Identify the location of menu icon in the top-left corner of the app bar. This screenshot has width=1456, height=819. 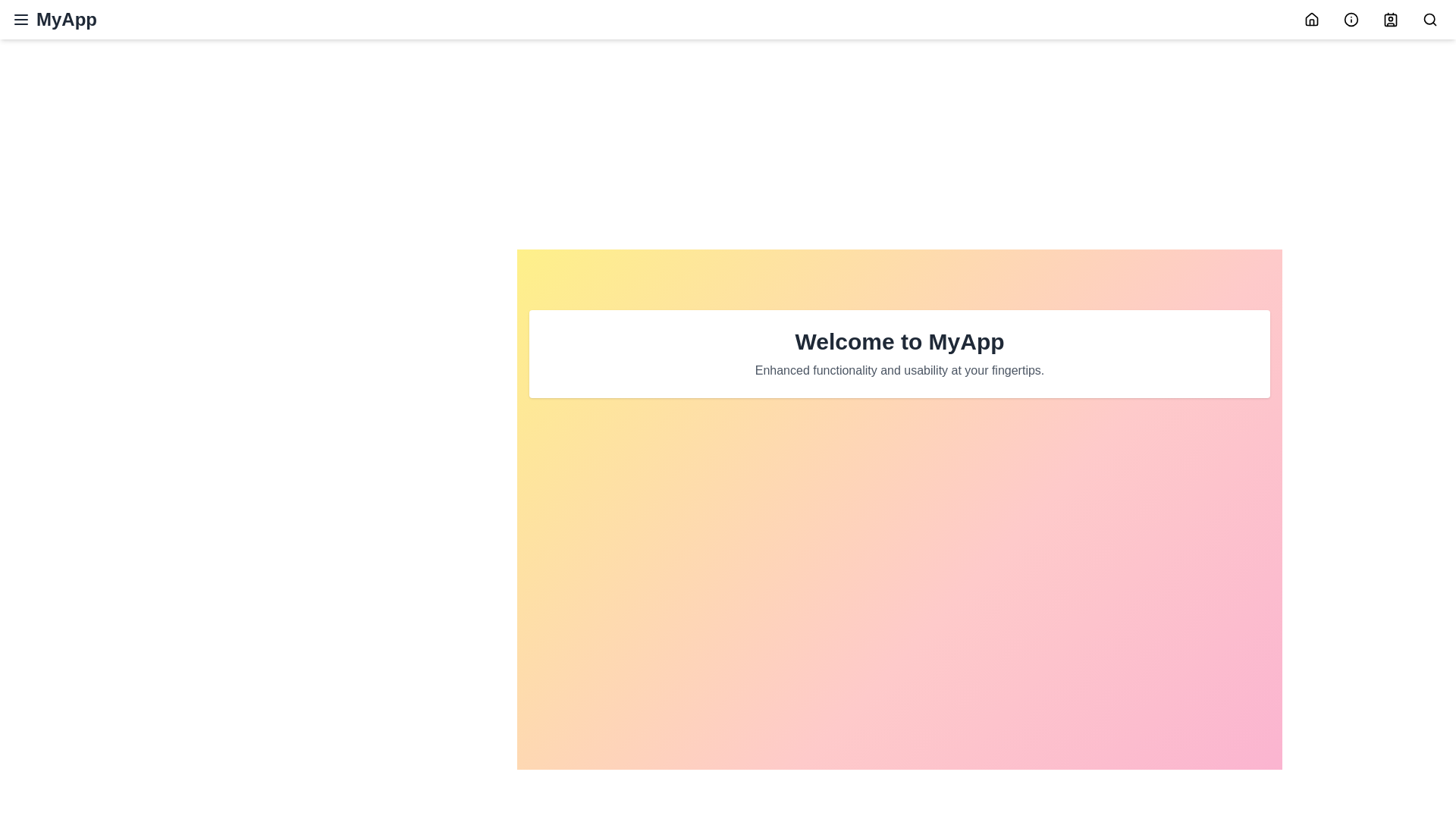
(21, 20).